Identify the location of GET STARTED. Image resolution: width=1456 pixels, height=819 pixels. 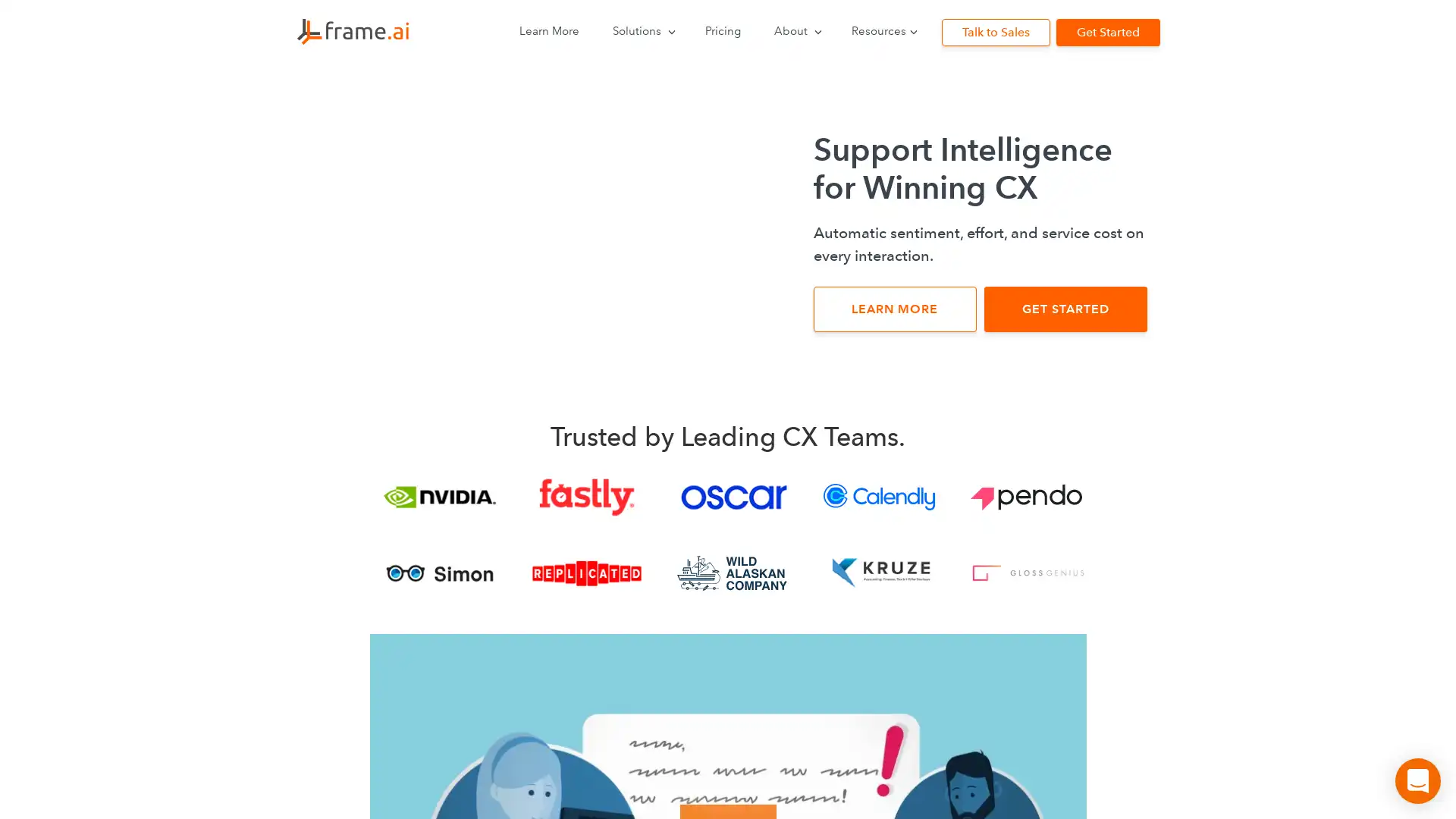
(1064, 309).